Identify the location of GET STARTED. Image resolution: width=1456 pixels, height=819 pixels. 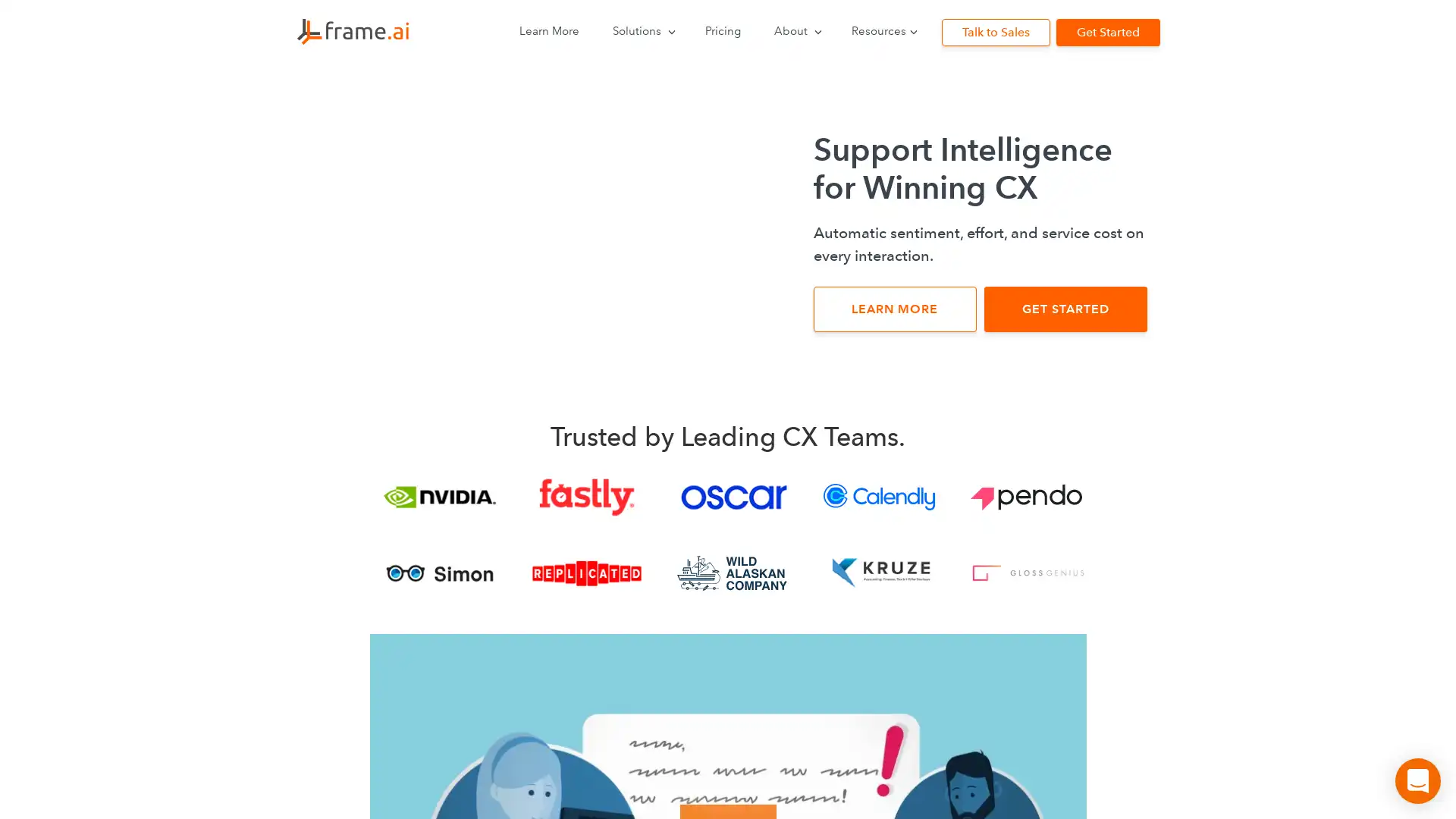
(1064, 309).